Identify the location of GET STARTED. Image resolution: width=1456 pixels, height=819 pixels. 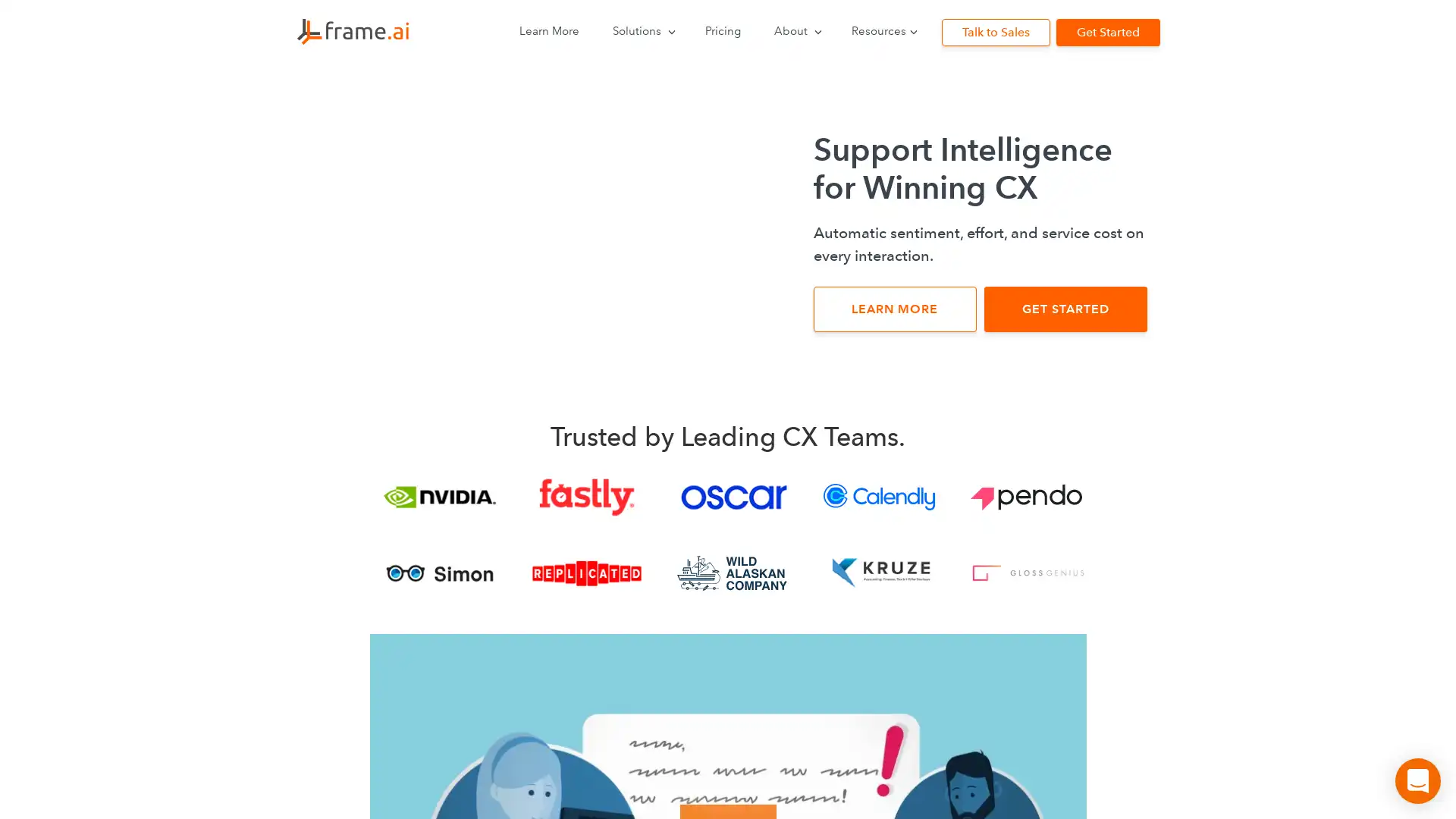
(1064, 309).